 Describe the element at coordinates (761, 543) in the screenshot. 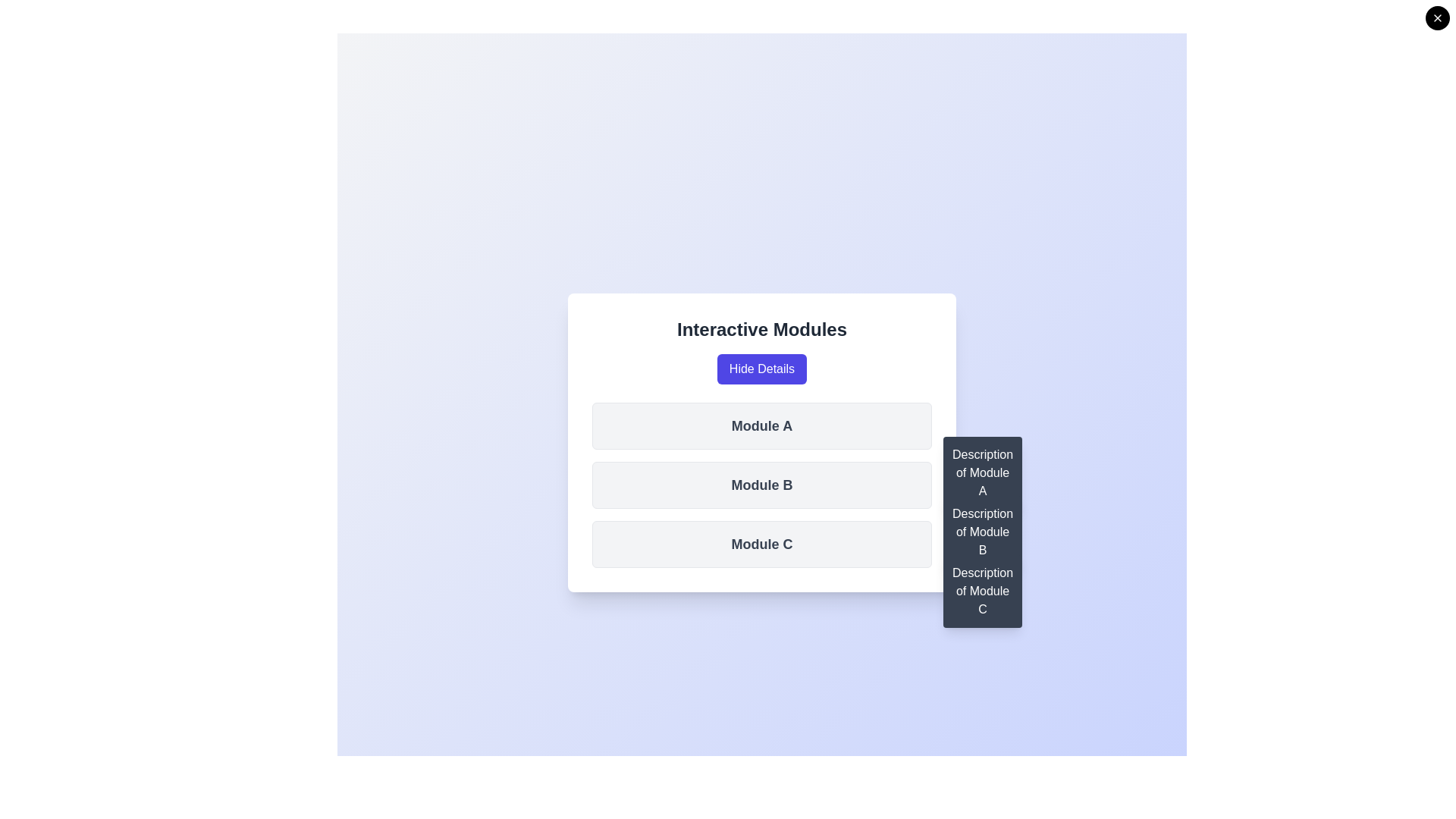

I see `the Text label representing the 'Module C' section, which is located at the center of the third horizontal module below the title 'Interactive Modules' and the purple button 'Hide Details.'` at that location.